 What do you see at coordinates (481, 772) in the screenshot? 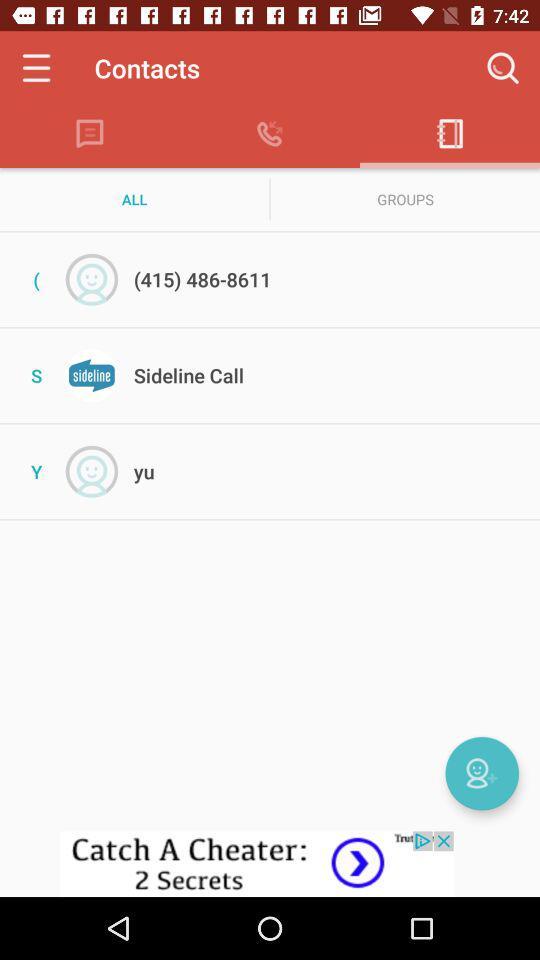
I see `webcam options` at bounding box center [481, 772].